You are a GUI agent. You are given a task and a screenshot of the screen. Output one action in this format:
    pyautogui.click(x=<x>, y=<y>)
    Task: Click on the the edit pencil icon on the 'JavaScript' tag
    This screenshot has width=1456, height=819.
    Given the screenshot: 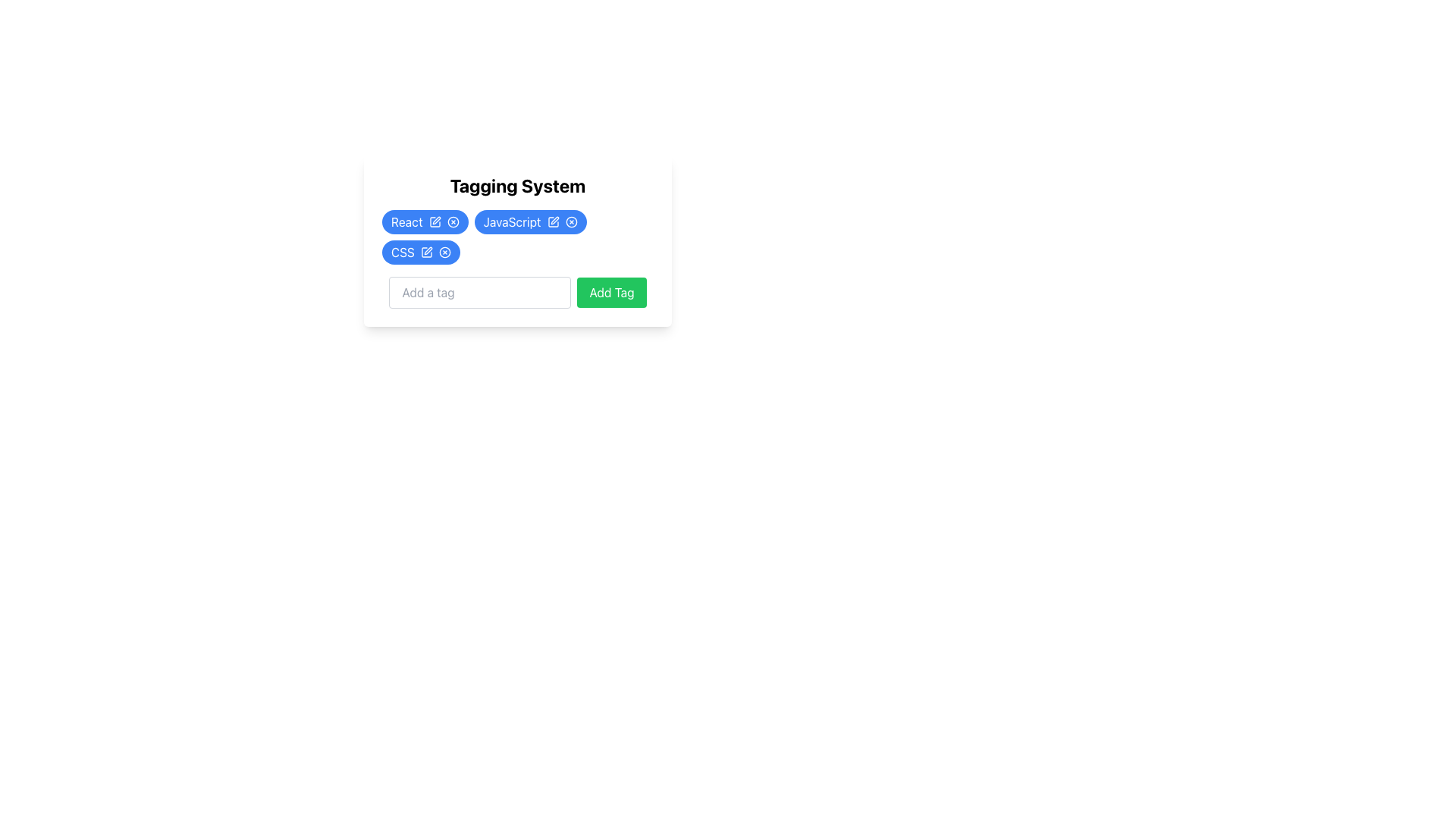 What is the action you would take?
    pyautogui.click(x=530, y=222)
    